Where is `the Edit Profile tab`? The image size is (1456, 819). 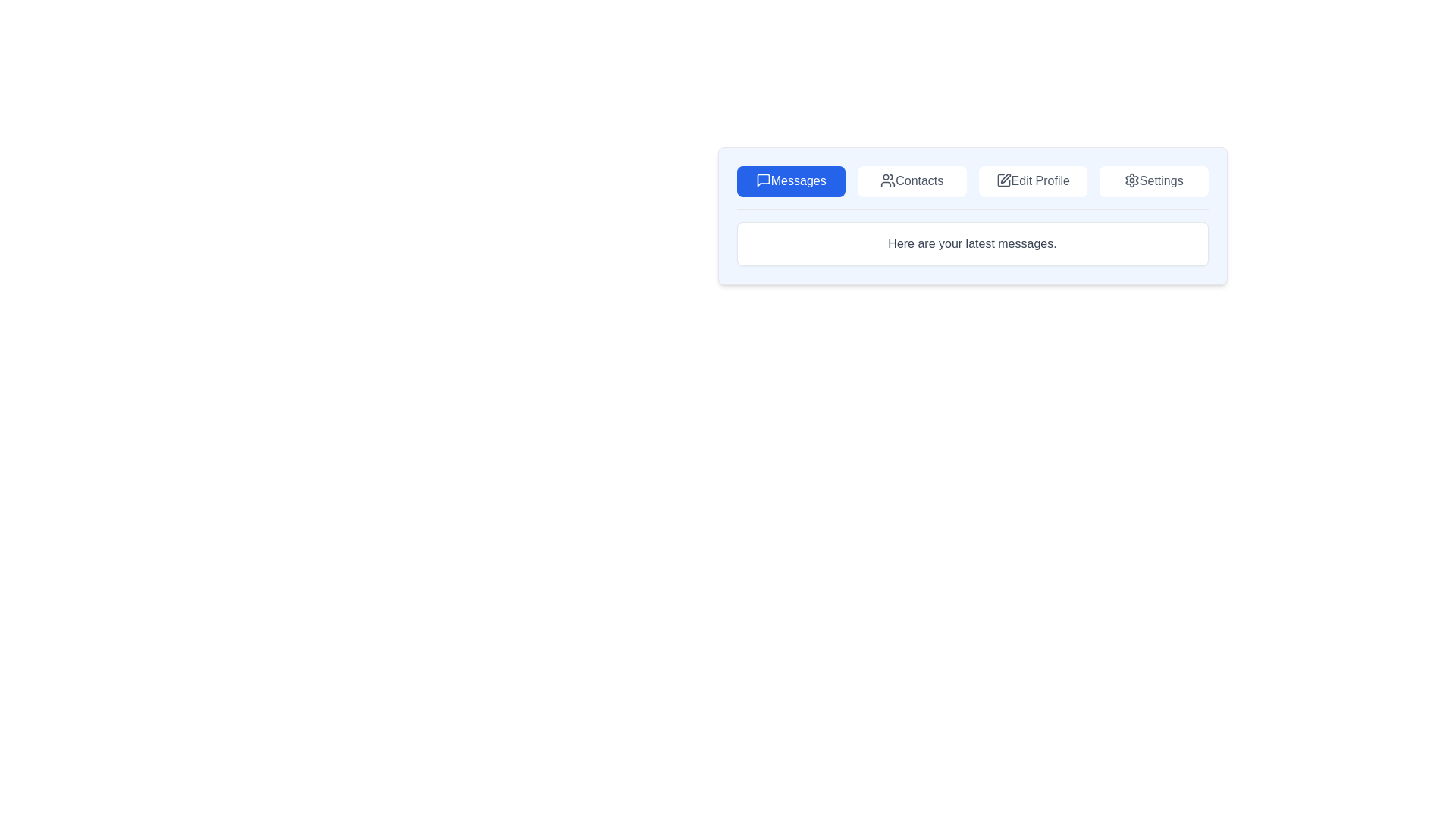
the Edit Profile tab is located at coordinates (1032, 180).